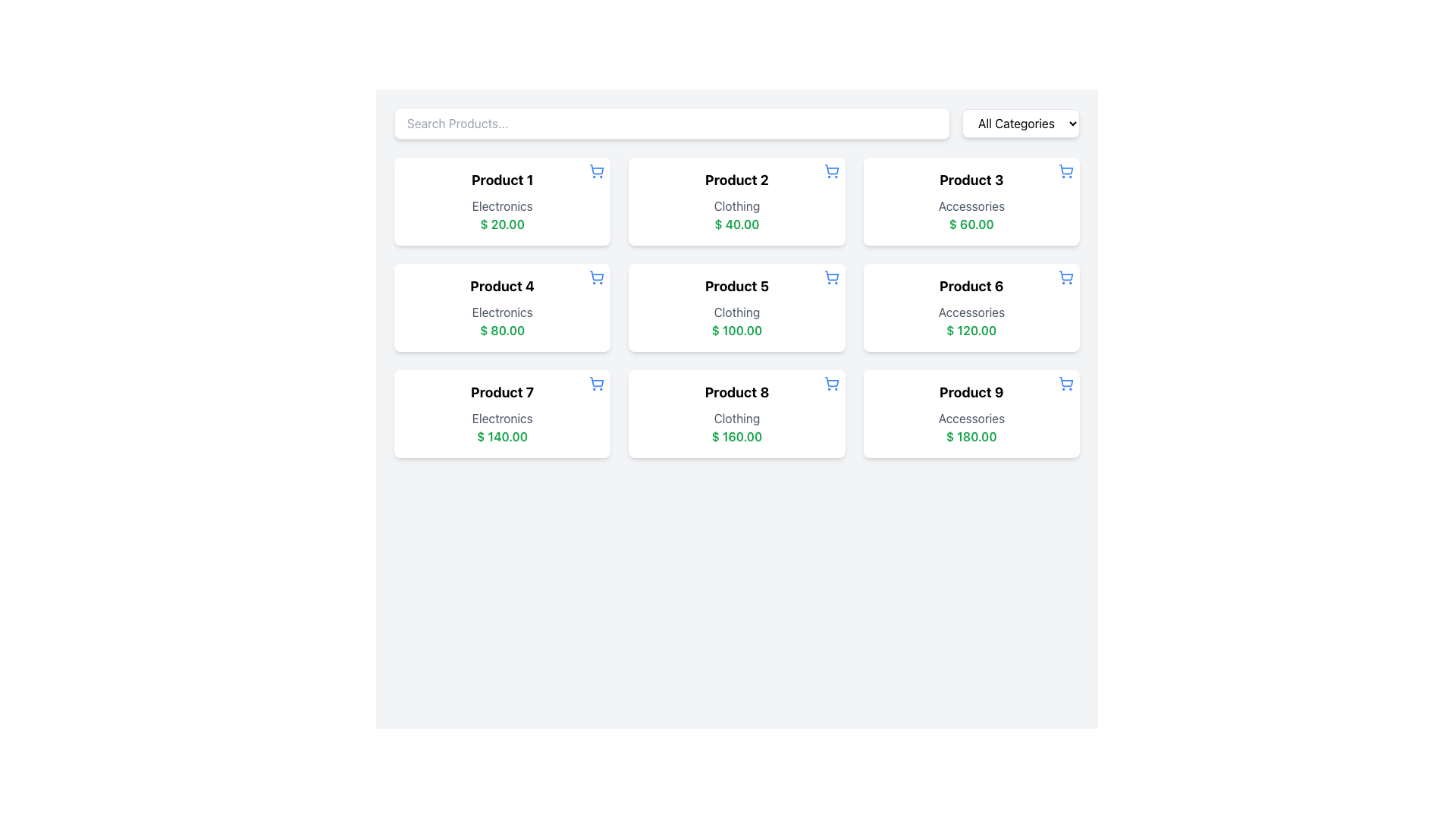 The image size is (1456, 819). I want to click on the text label that serves as the title for 'Product 6', located in the top section of its card, positioned above the labels 'Accessories' and '$ 120.00', so click(971, 287).